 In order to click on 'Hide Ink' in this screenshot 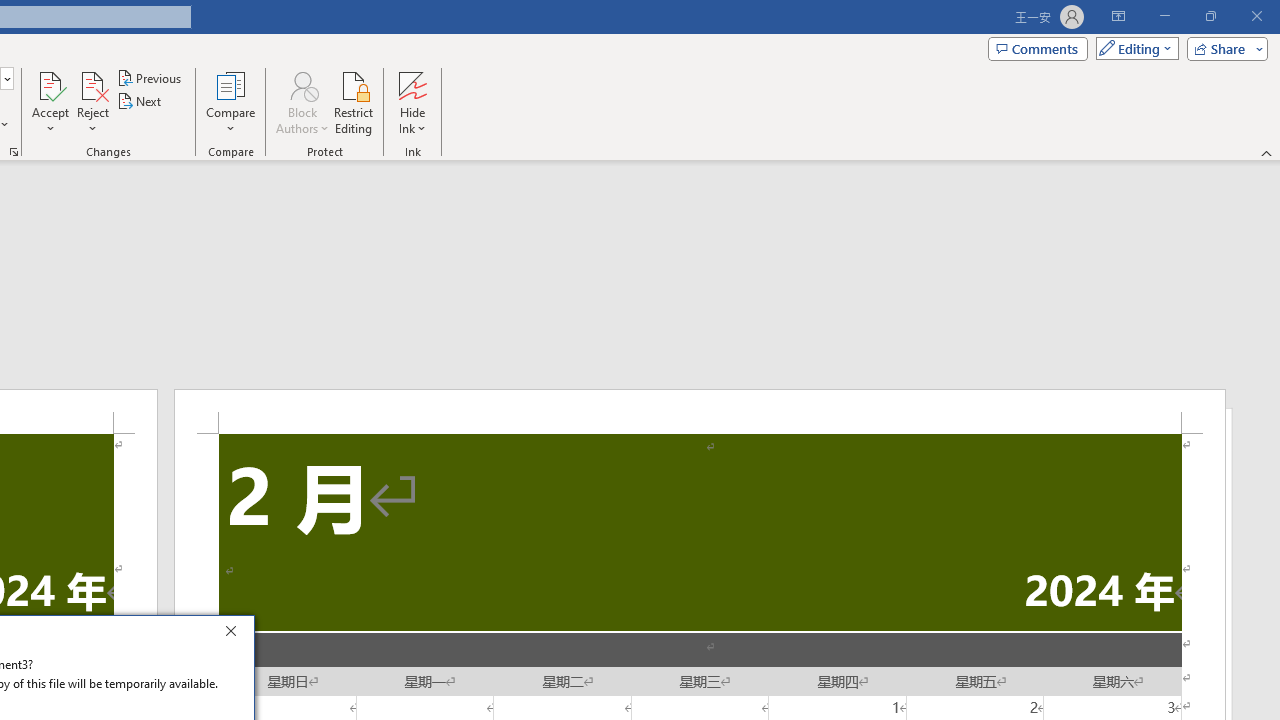, I will do `click(411, 84)`.